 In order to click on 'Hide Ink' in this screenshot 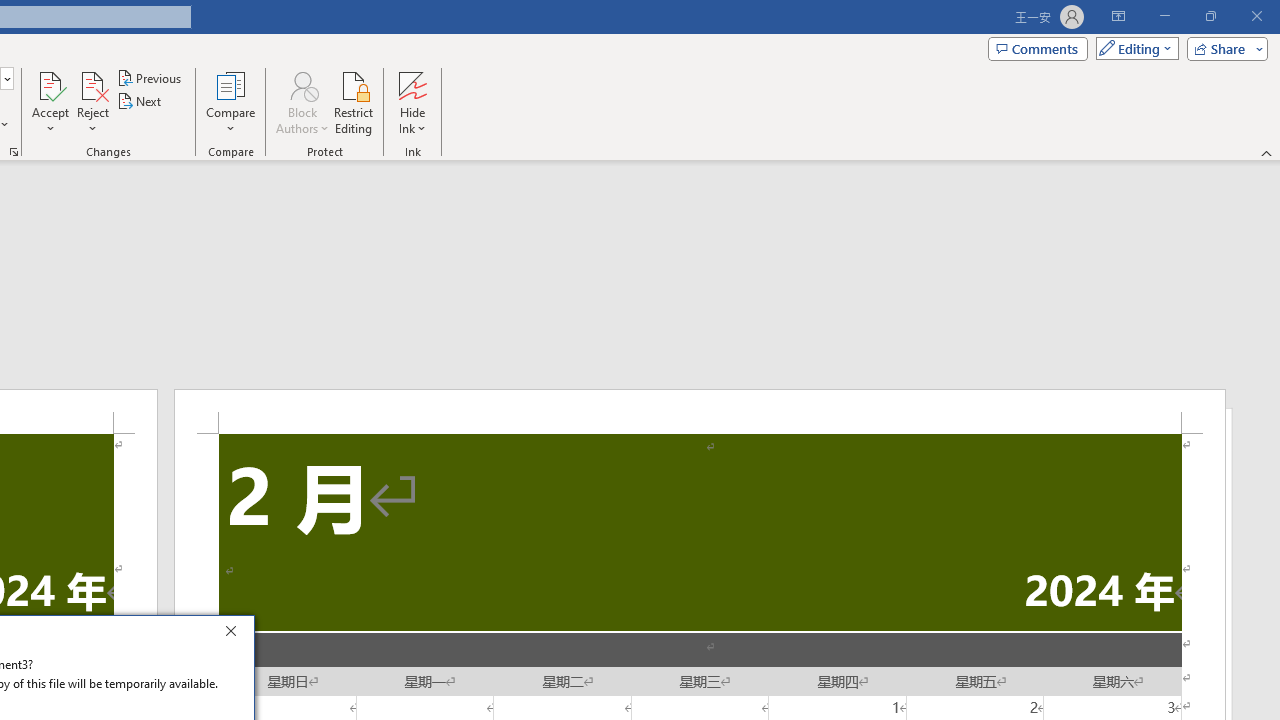, I will do `click(411, 84)`.